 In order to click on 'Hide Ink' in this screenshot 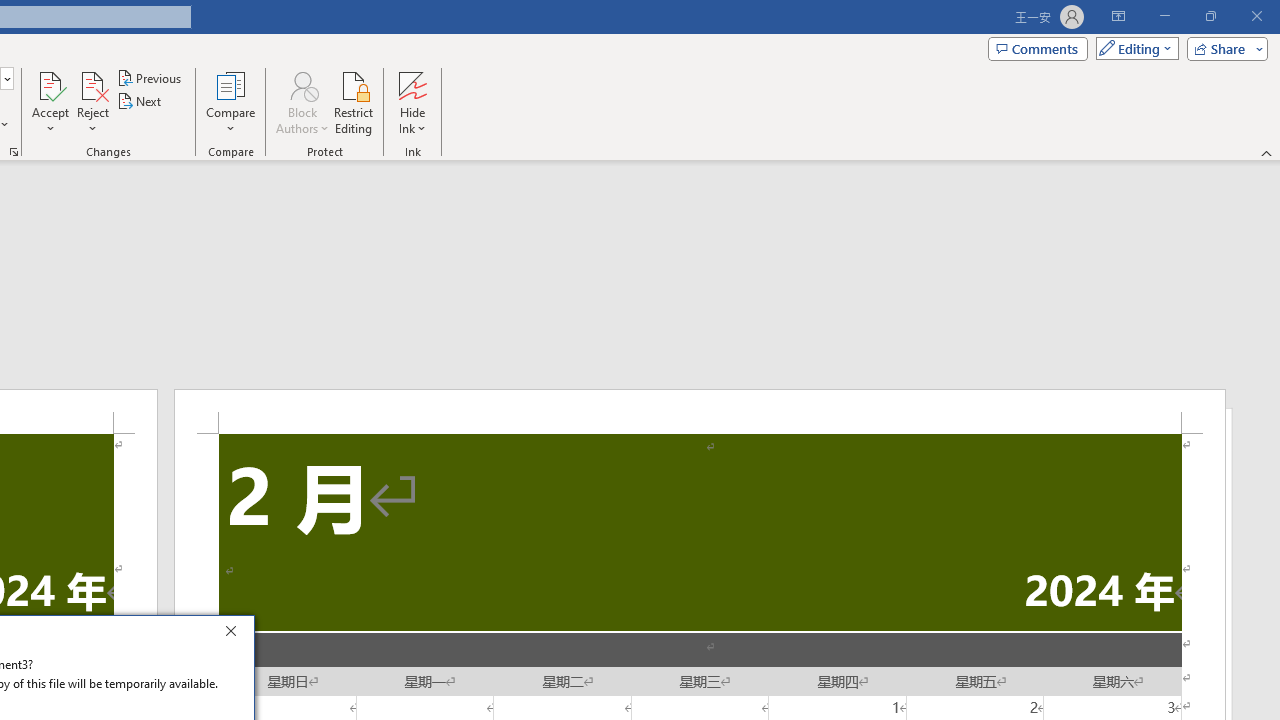, I will do `click(411, 84)`.